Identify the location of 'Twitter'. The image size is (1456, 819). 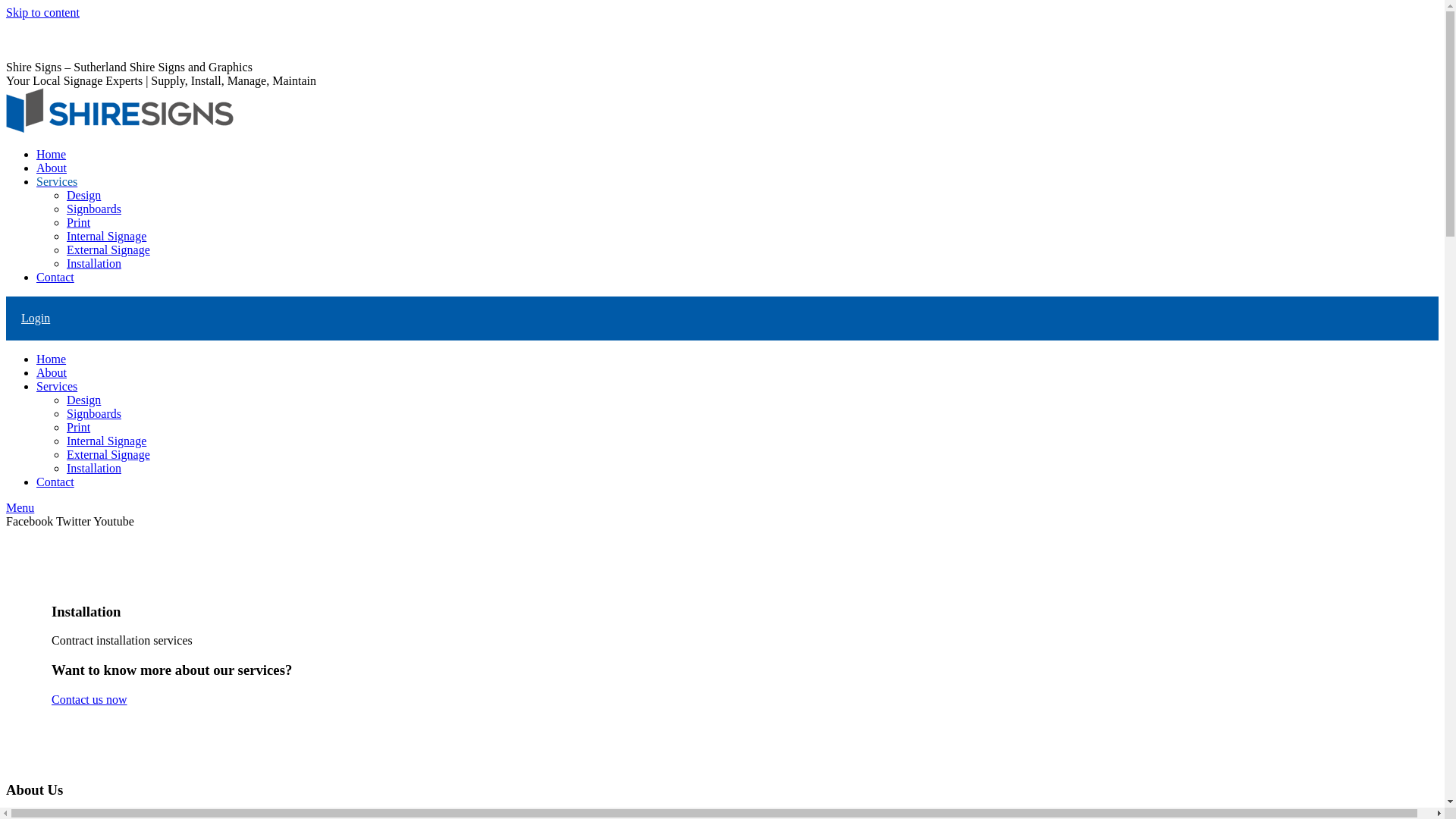
(74, 520).